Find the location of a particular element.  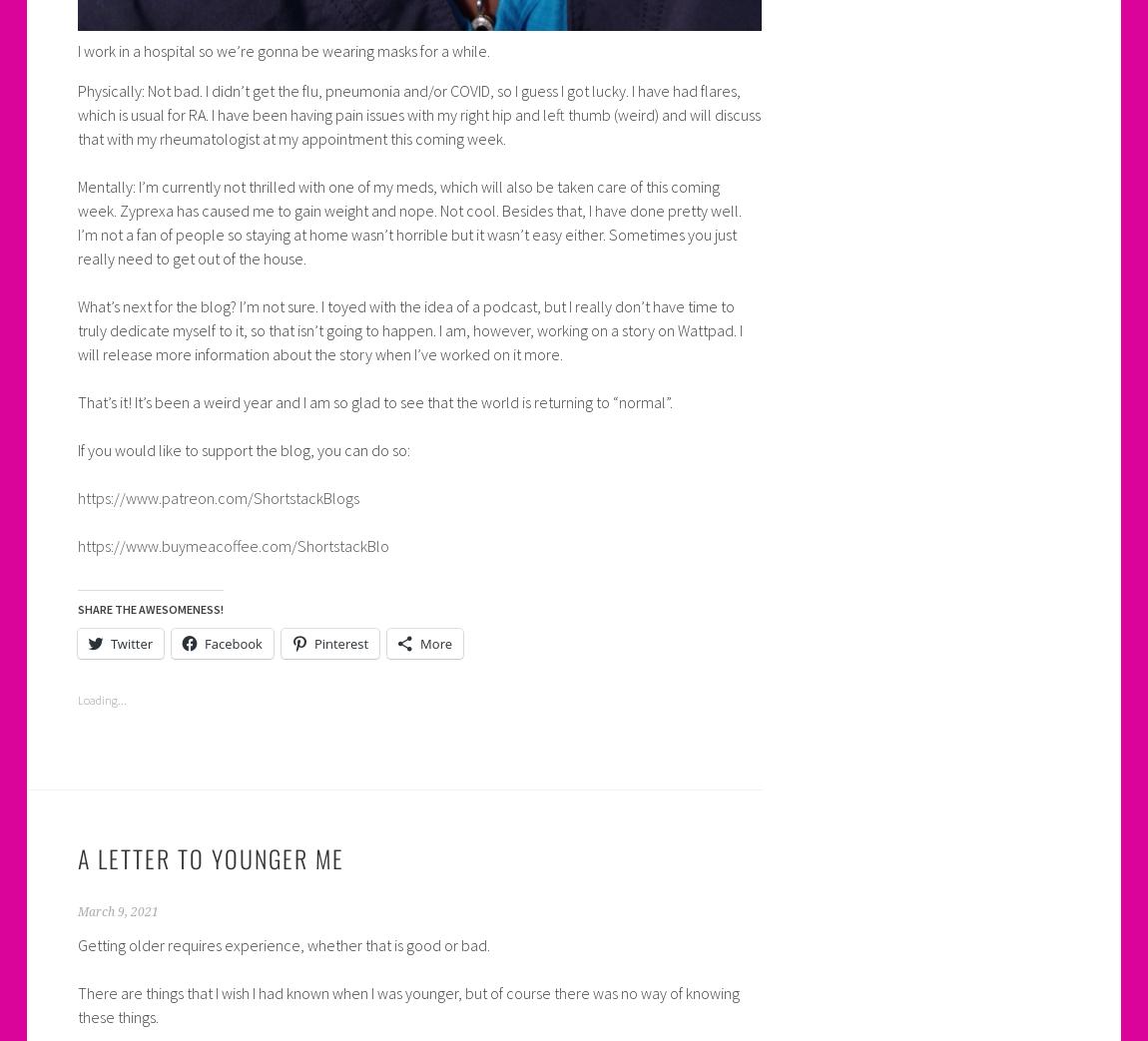

'Mentally: I’m currently not thrilled with one of my meds, which will also be taken care of this coming week. Zyprexa has caused me to gain weight and nope. Not cool. Besides that, I have done pretty well. I’m not a fan of people so staying at home wasn’t horrible but it wasn’t easy either. Sometimes you just really need to get out of the house.' is located at coordinates (76, 220).